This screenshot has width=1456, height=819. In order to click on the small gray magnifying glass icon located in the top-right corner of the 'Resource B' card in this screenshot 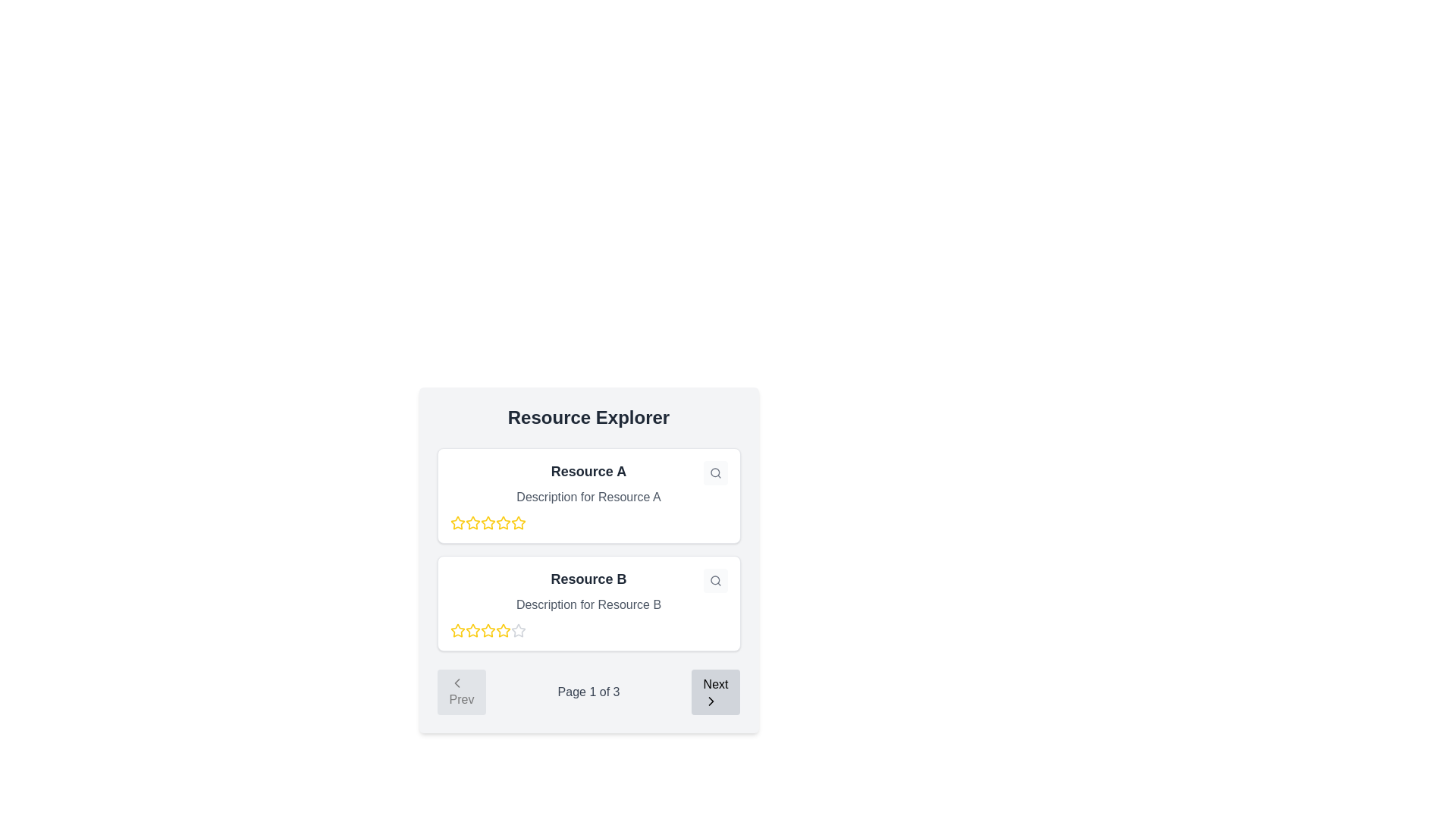, I will do `click(714, 472)`.